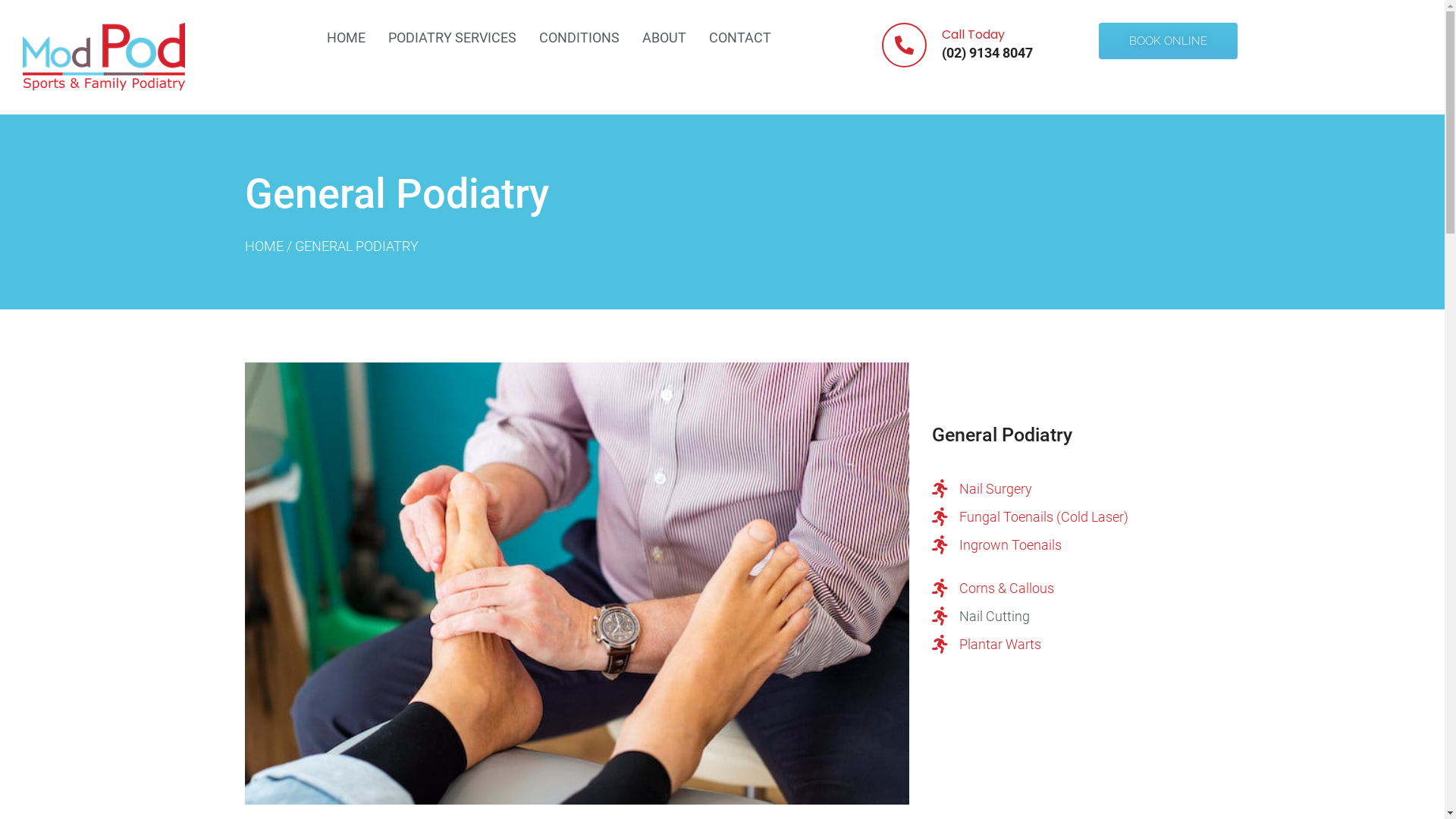  I want to click on 'Fungal Toenails (Cold Laser)', so click(1061, 516).